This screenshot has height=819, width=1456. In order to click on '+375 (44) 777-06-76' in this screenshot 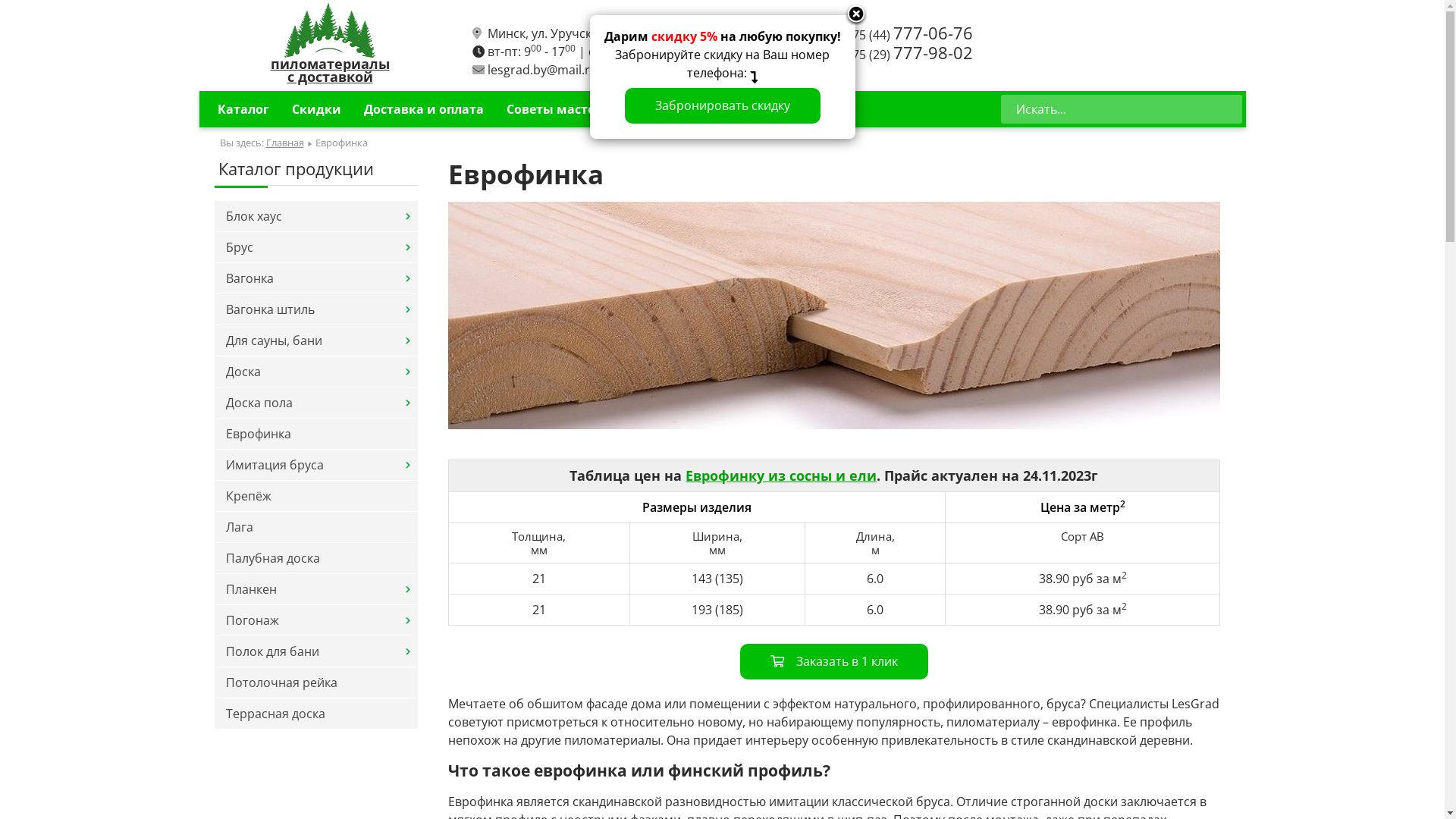, I will do `click(905, 34)`.